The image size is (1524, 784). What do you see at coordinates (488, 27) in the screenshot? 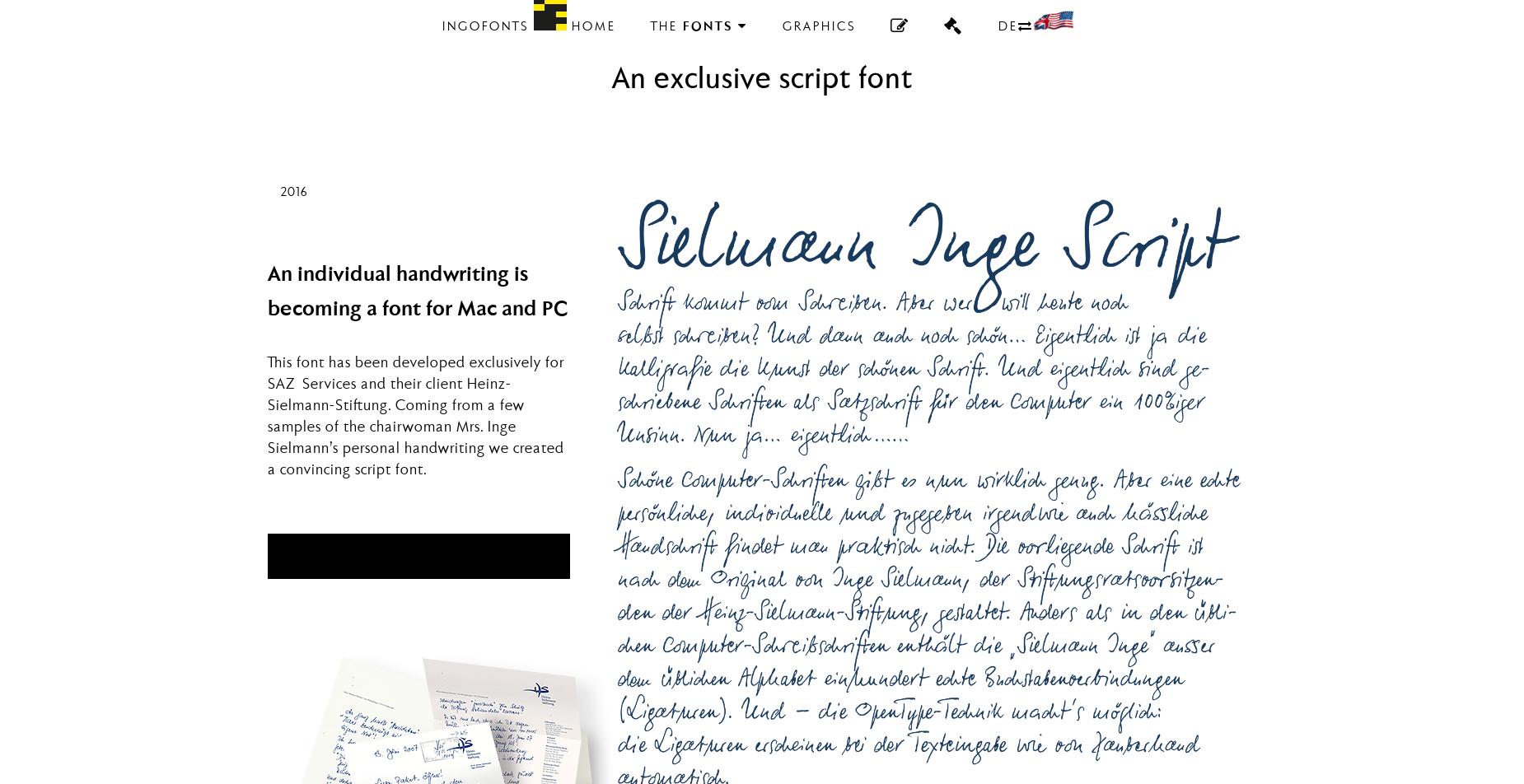
I see `'ingoFonts'` at bounding box center [488, 27].